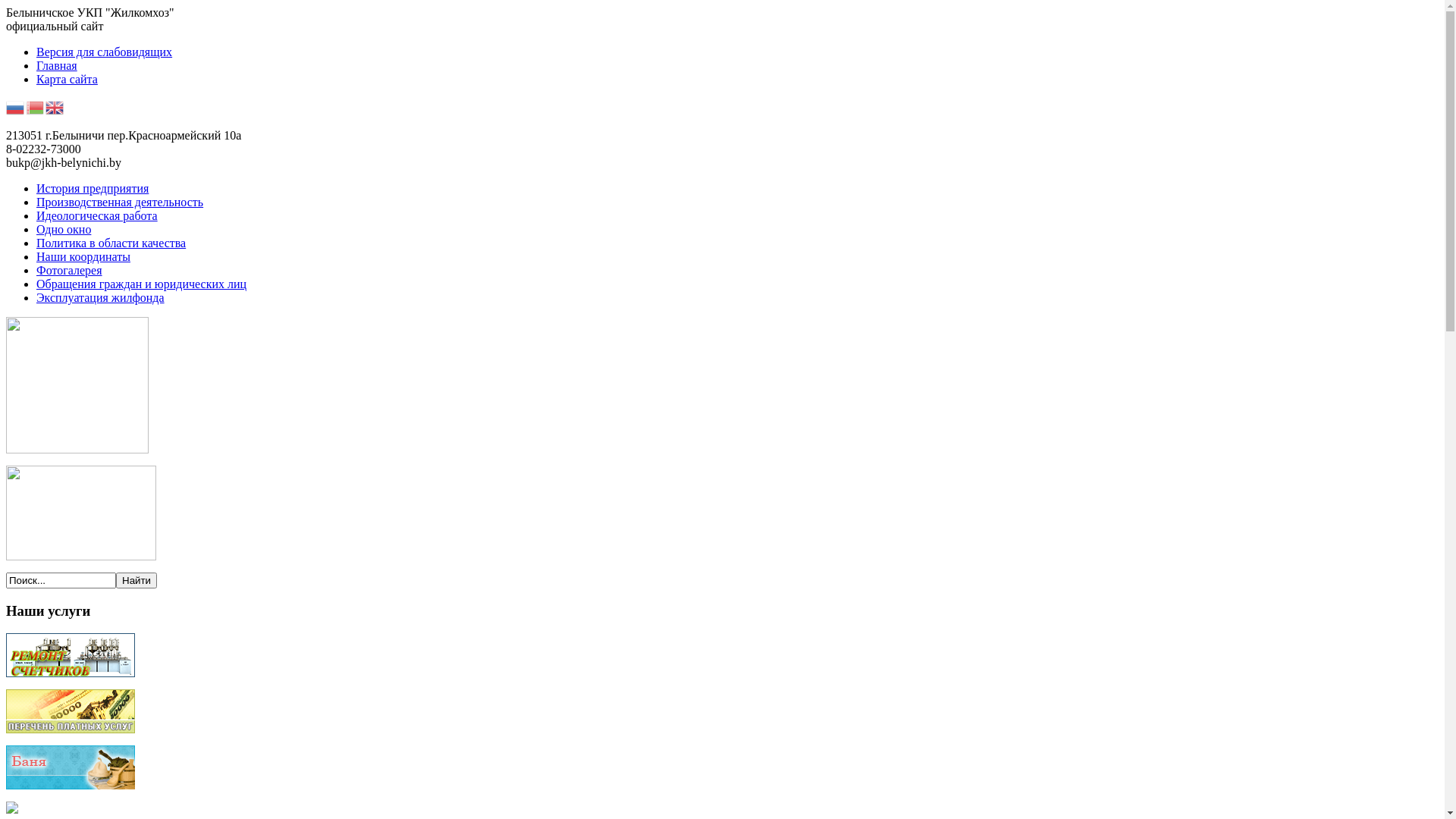  Describe the element at coordinates (36, 105) in the screenshot. I see `'Belarusian'` at that location.